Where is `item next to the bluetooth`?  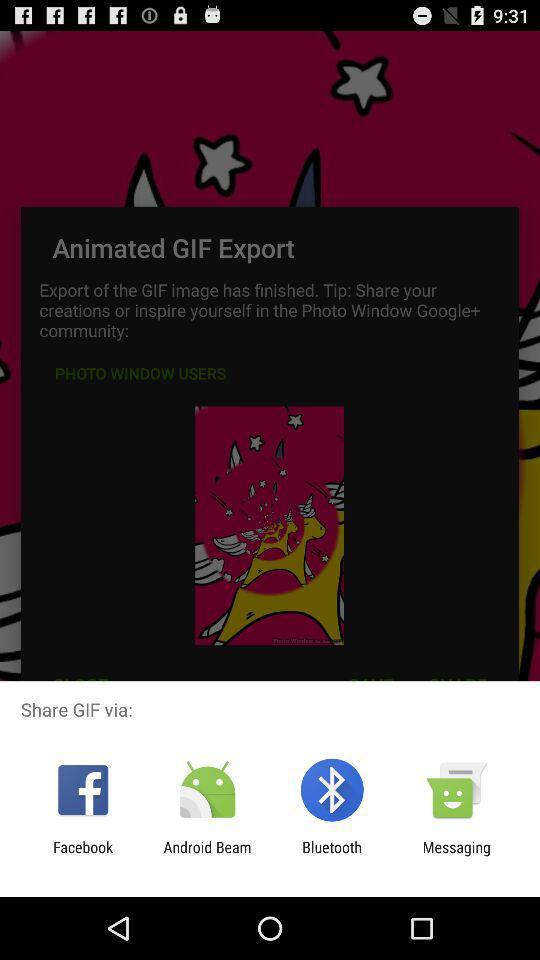 item next to the bluetooth is located at coordinates (206, 855).